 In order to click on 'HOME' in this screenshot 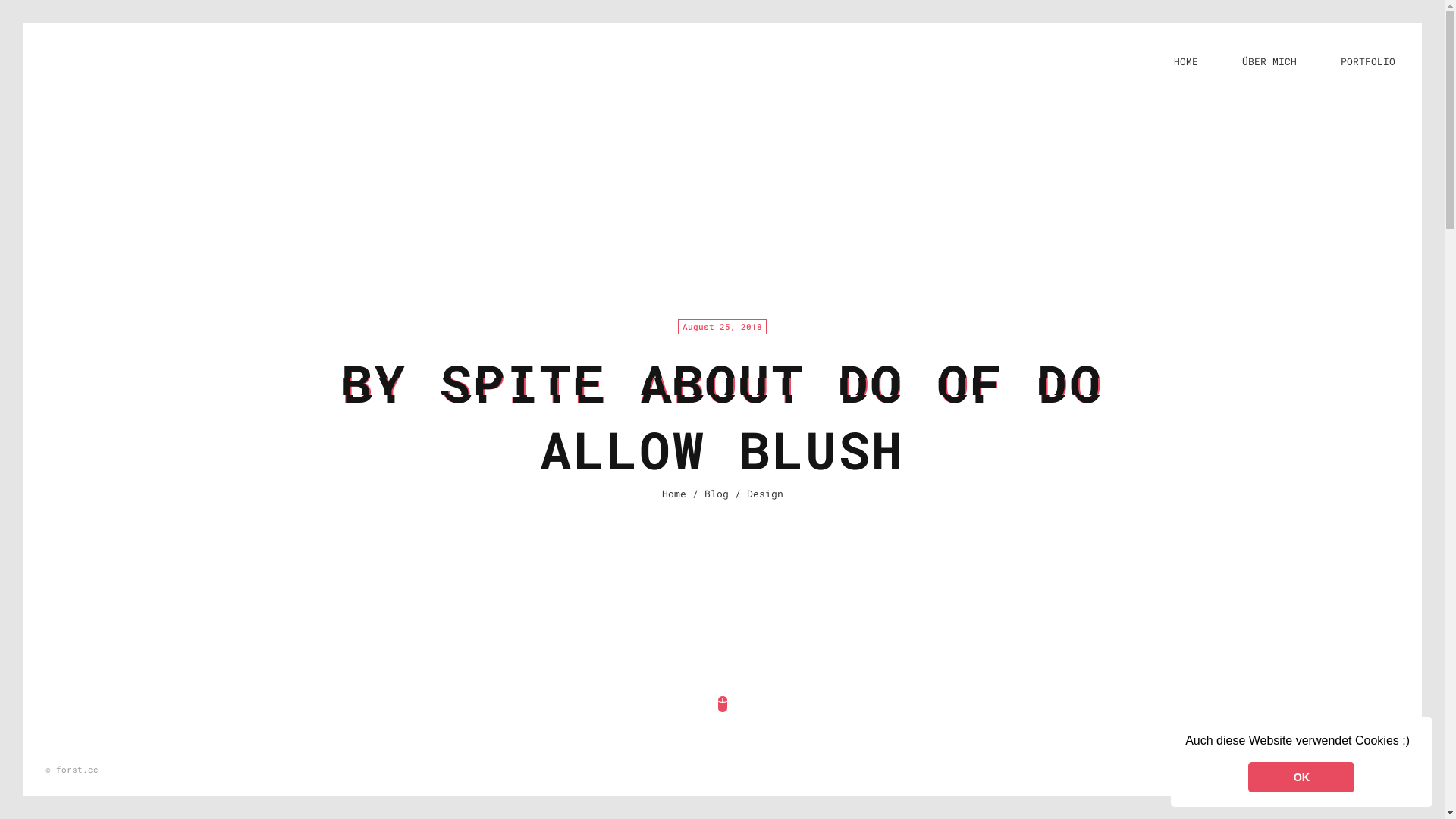, I will do `click(1185, 61)`.